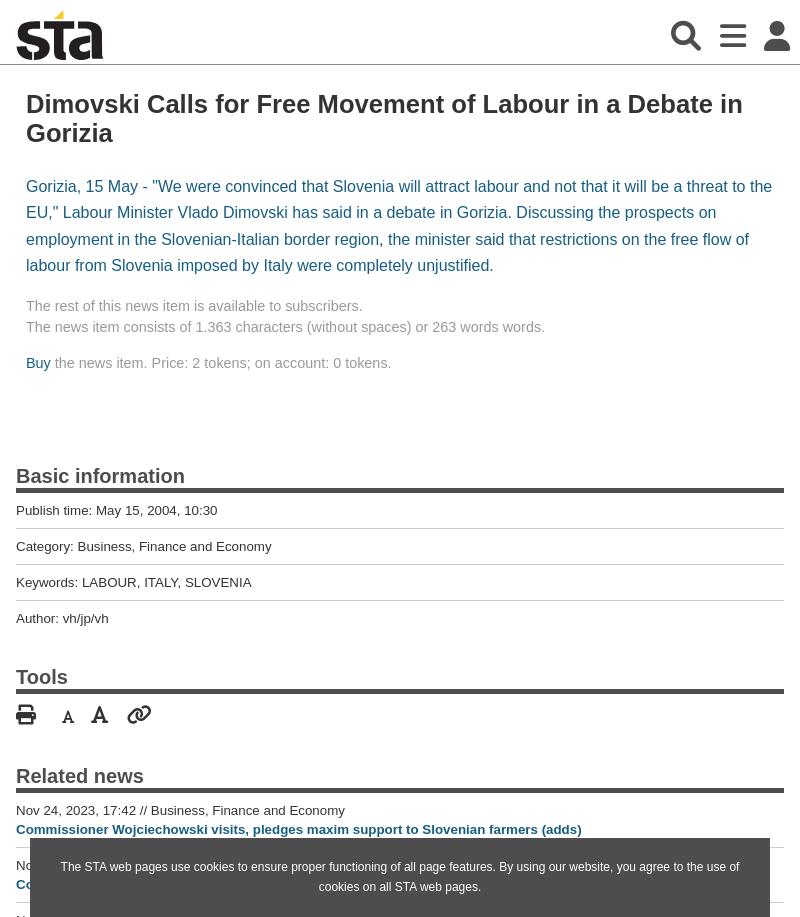  I want to click on 'Category:
            Business, Finance and Economy', so click(143, 545).